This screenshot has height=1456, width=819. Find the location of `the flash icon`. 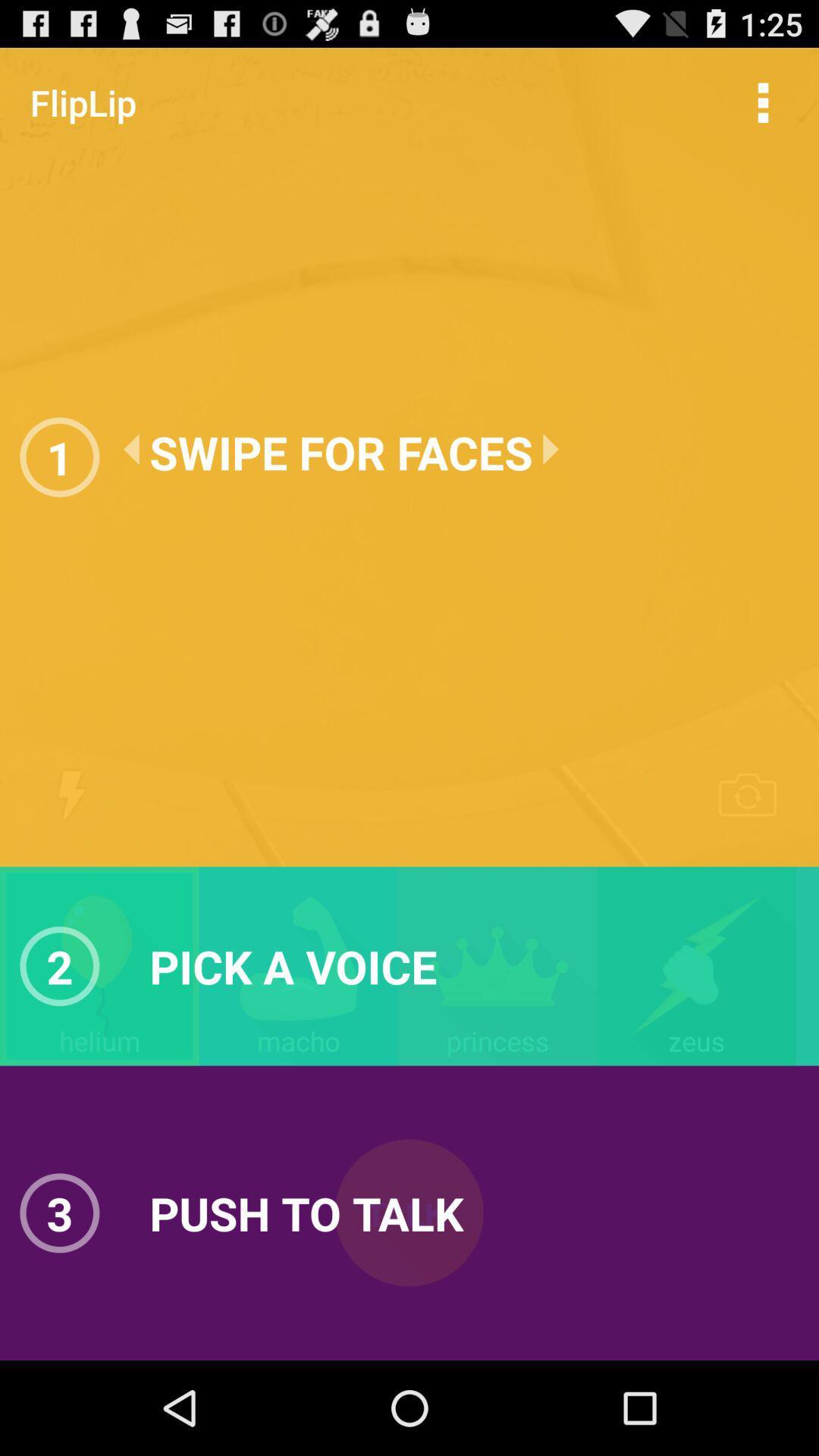

the flash icon is located at coordinates (71, 851).